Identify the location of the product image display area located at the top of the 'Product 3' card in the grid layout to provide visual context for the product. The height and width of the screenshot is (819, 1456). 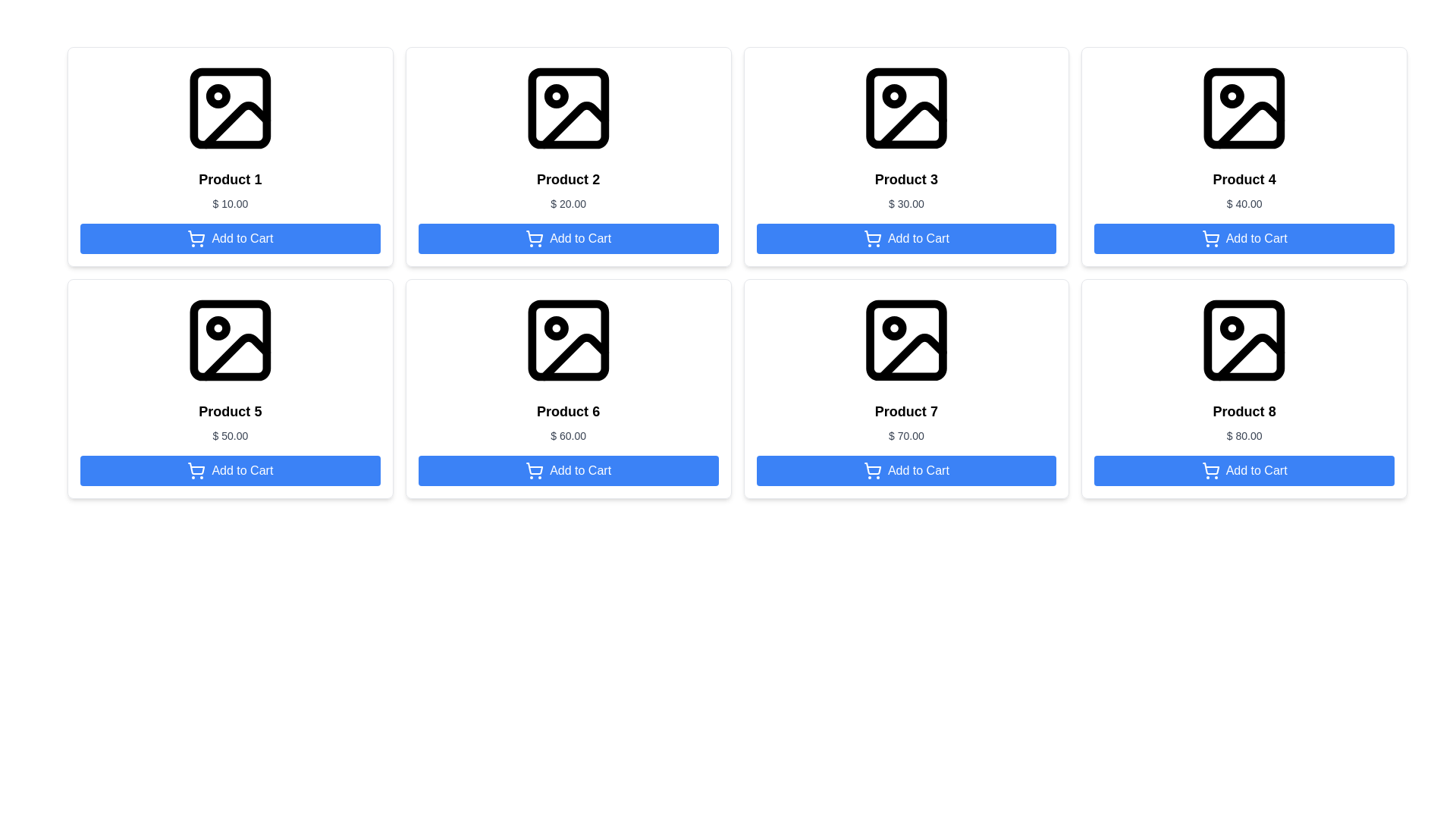
(906, 107).